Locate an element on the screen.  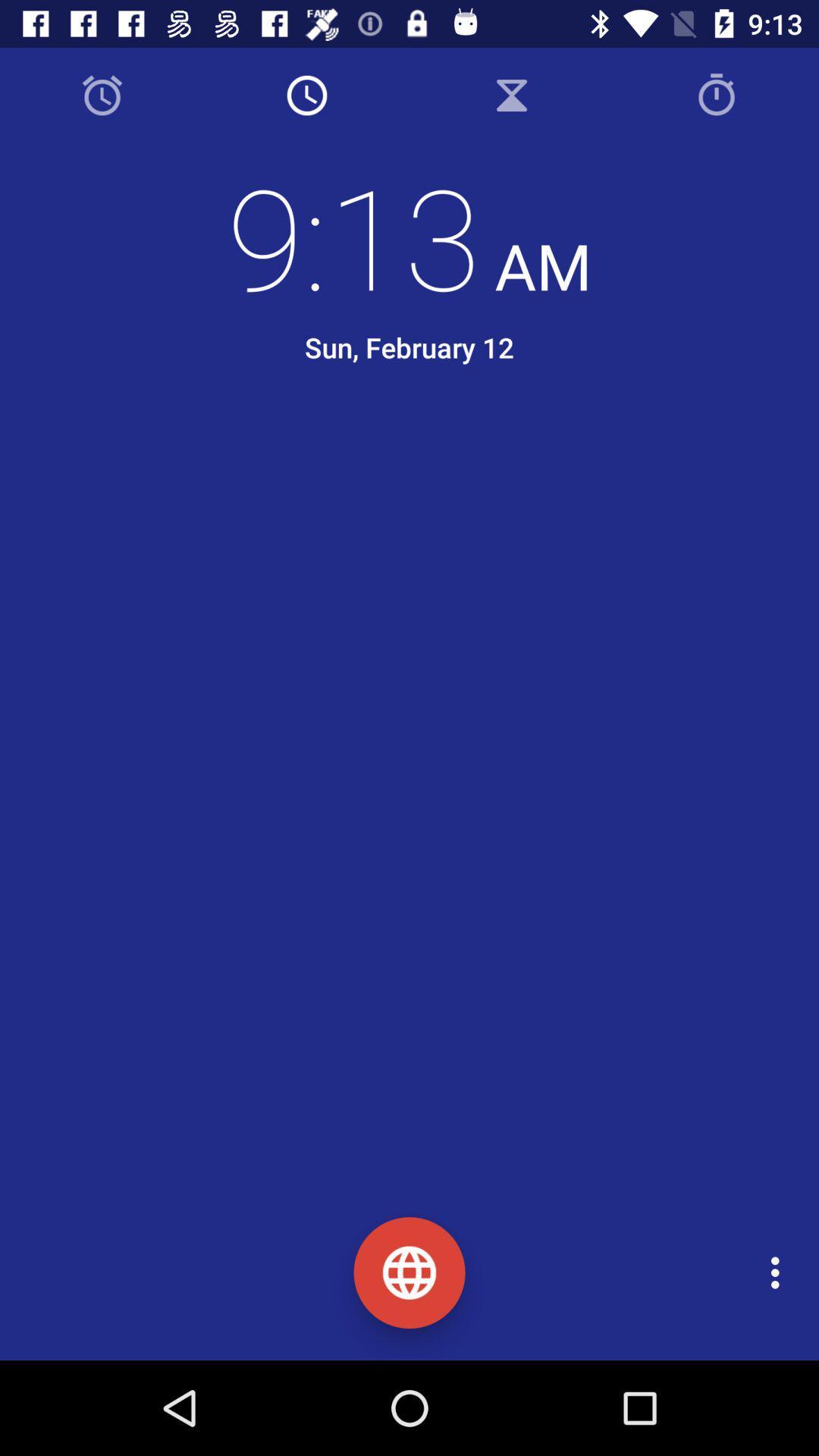
the icon at the bottom right corner is located at coordinates (779, 1272).